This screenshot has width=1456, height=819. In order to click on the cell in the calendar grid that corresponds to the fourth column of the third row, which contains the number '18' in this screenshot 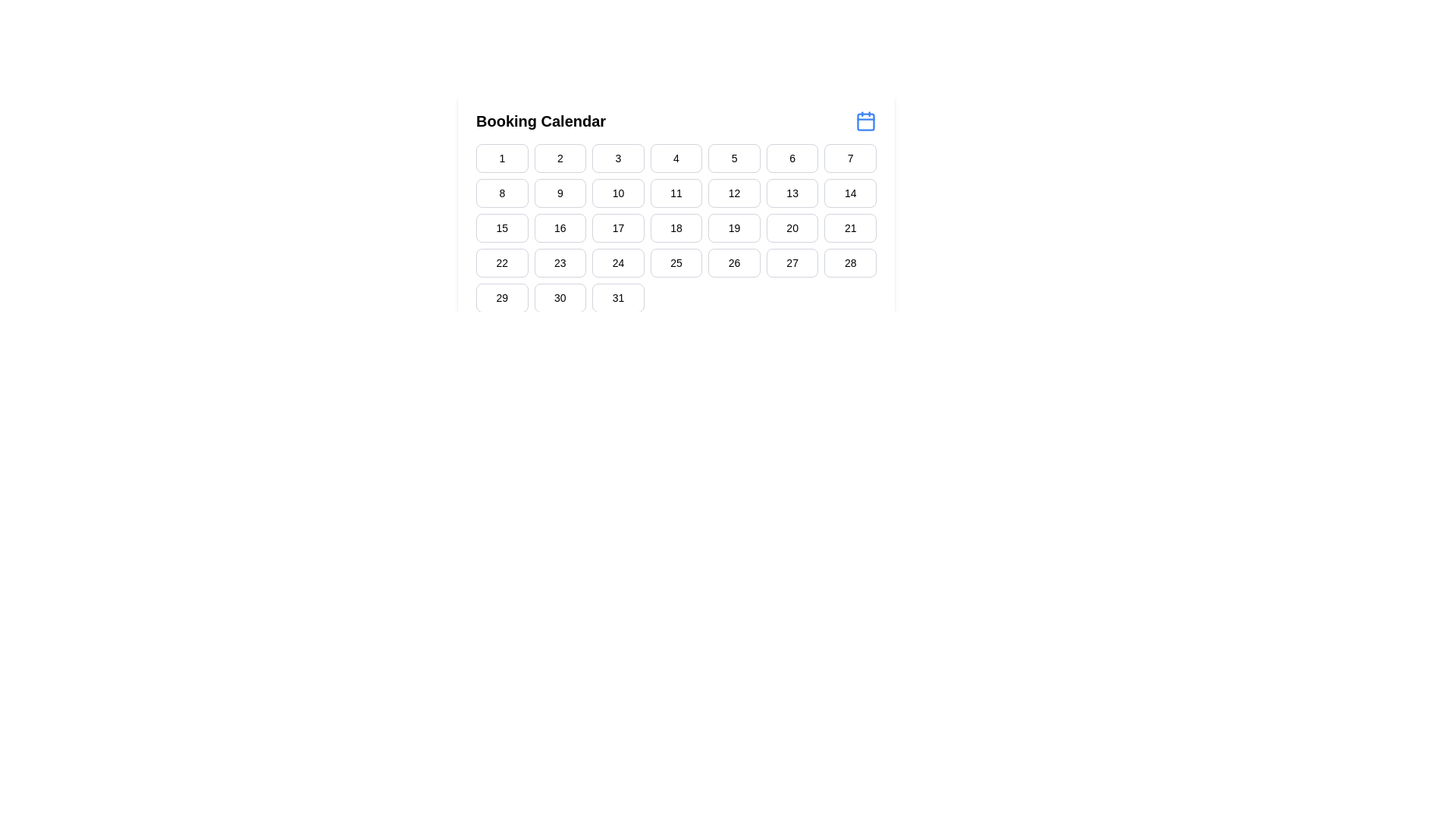, I will do `click(676, 227)`.